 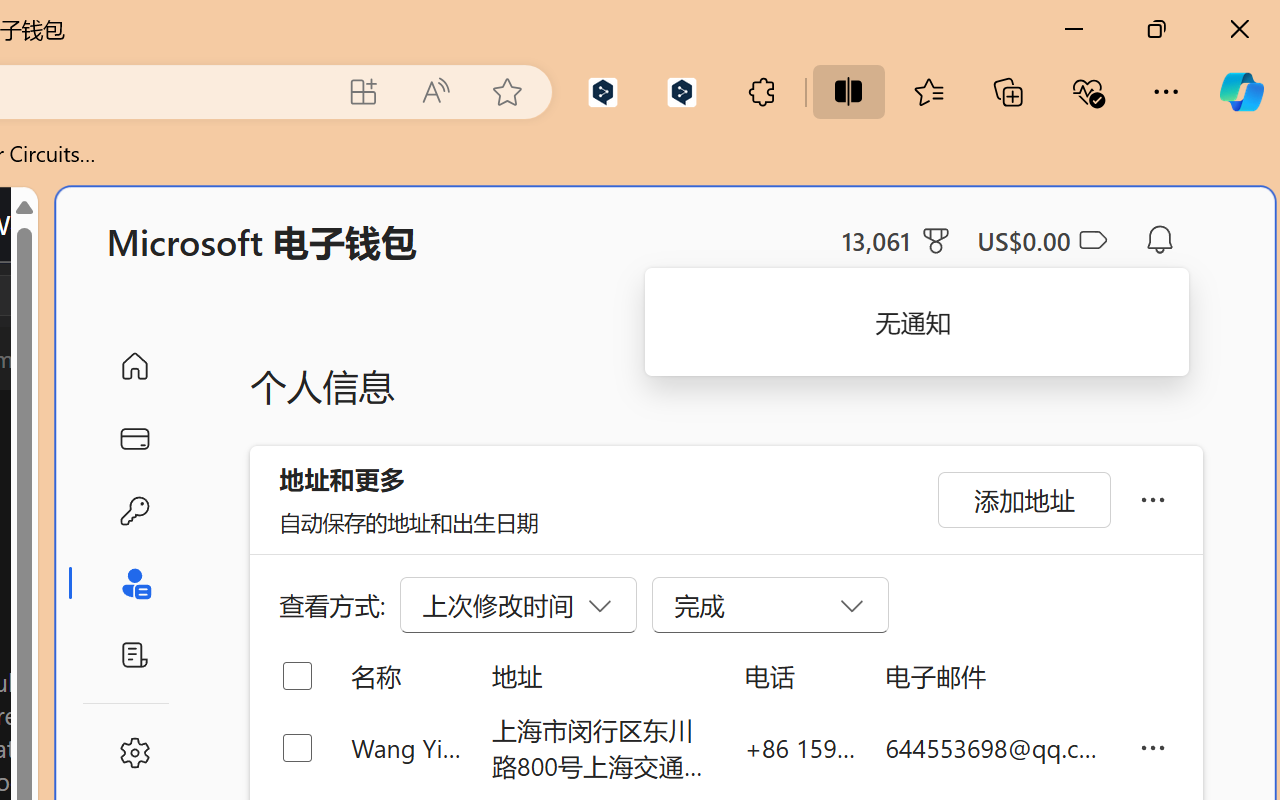 What do you see at coordinates (800, 747) in the screenshot?
I see `'+86 159 0032 4640'` at bounding box center [800, 747].